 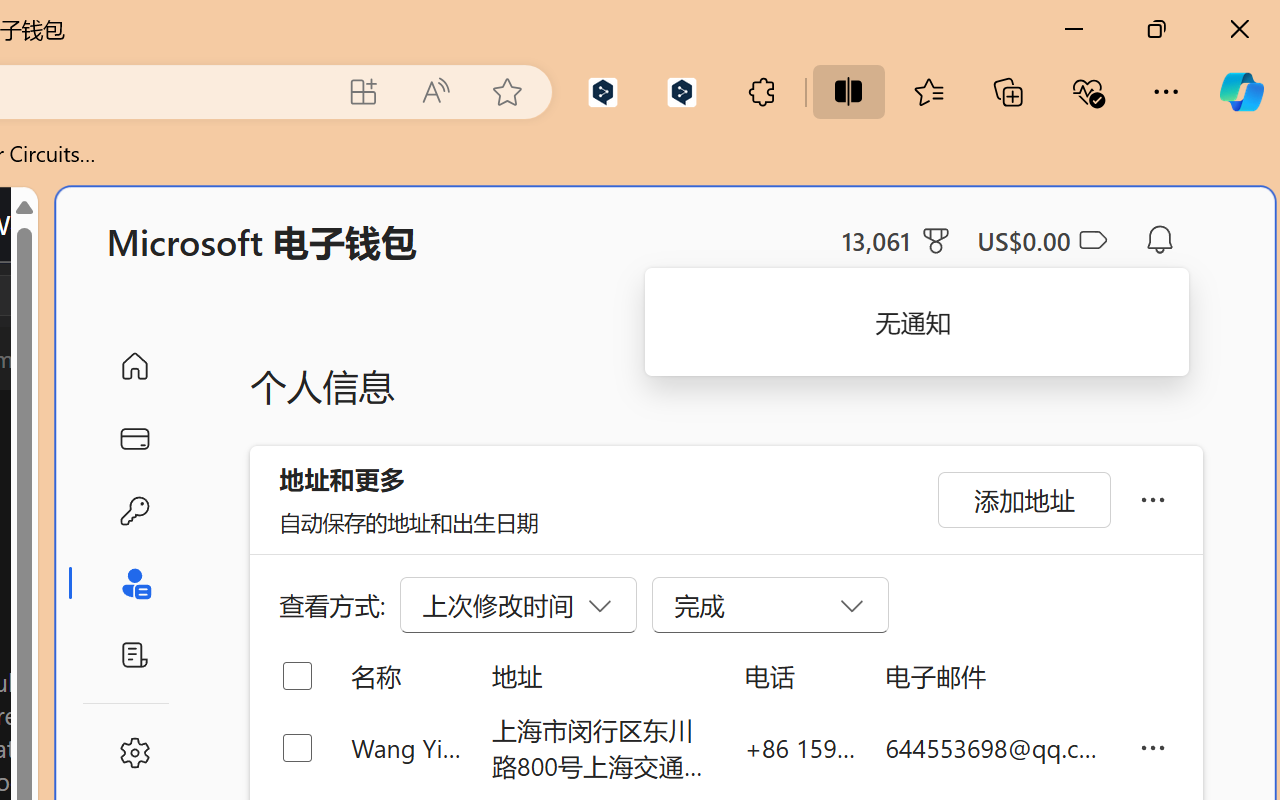 What do you see at coordinates (800, 747) in the screenshot?
I see `'+86 159 0032 4640'` at bounding box center [800, 747].